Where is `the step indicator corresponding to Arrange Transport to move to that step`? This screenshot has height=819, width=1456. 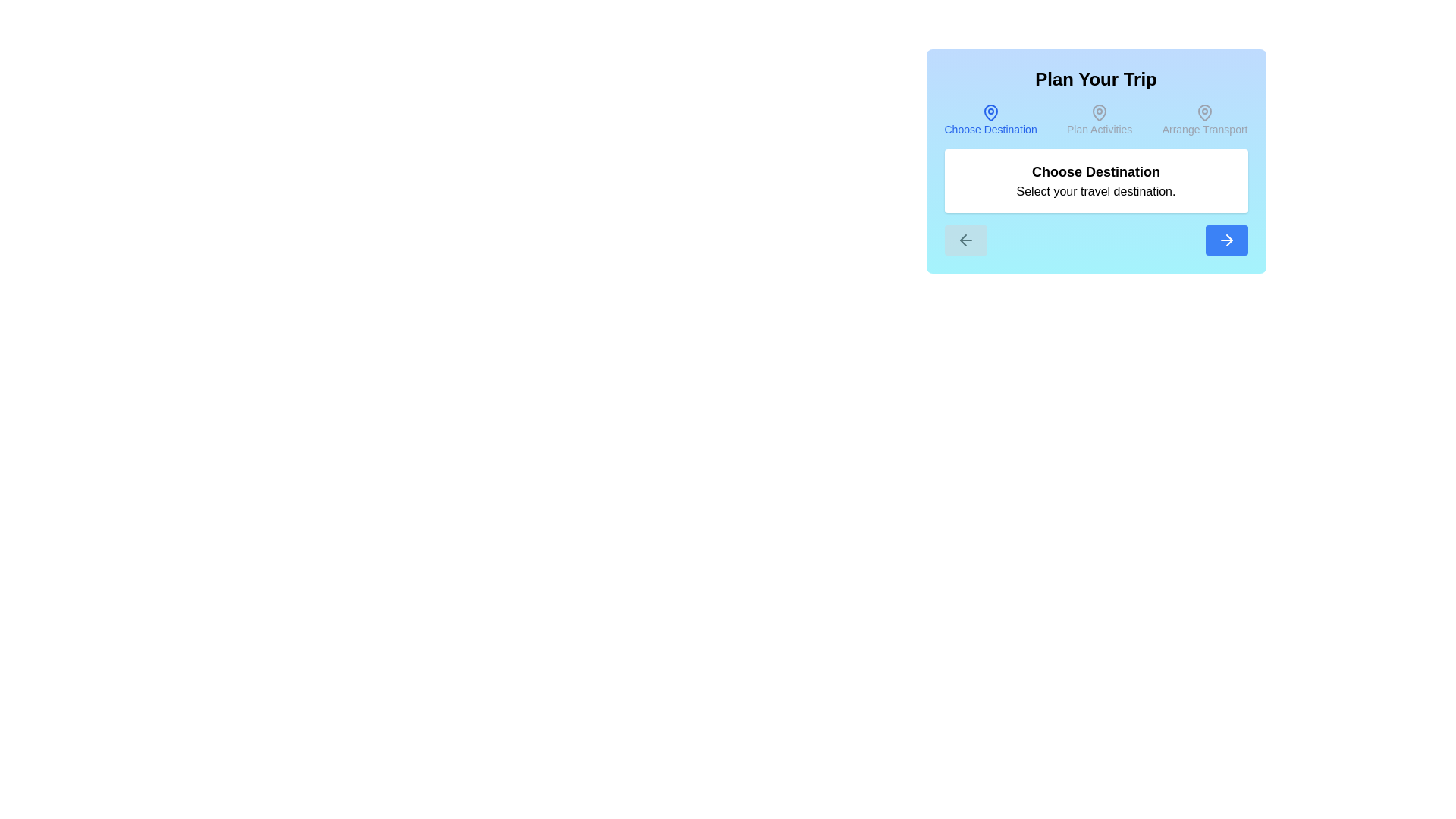
the step indicator corresponding to Arrange Transport to move to that step is located at coordinates (1203, 119).